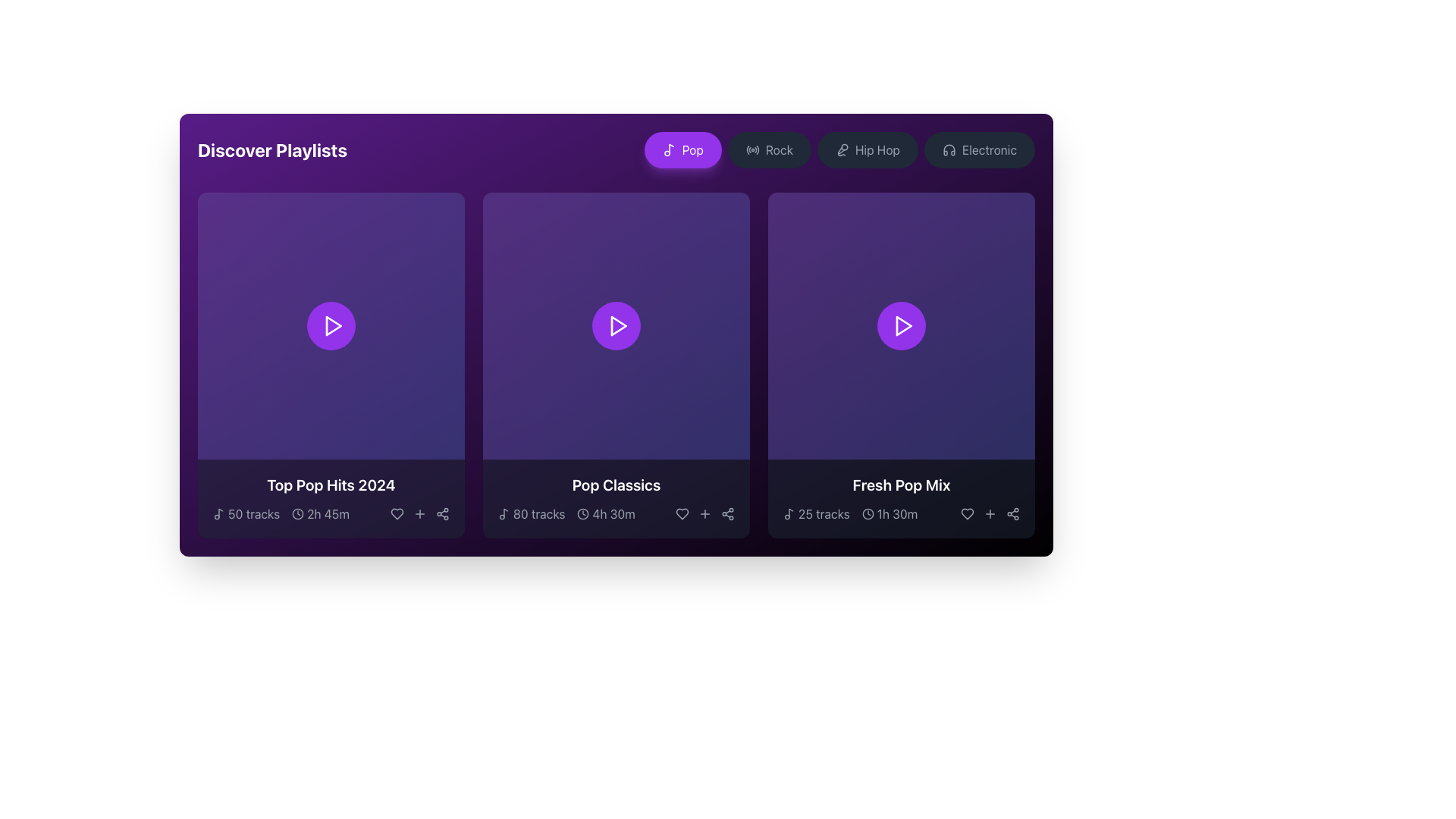 This screenshot has height=819, width=1456. Describe the element at coordinates (254, 513) in the screenshot. I see `the text label indicating the number of tracks available in the 'Top Pop Hits 2024' playlist` at that location.